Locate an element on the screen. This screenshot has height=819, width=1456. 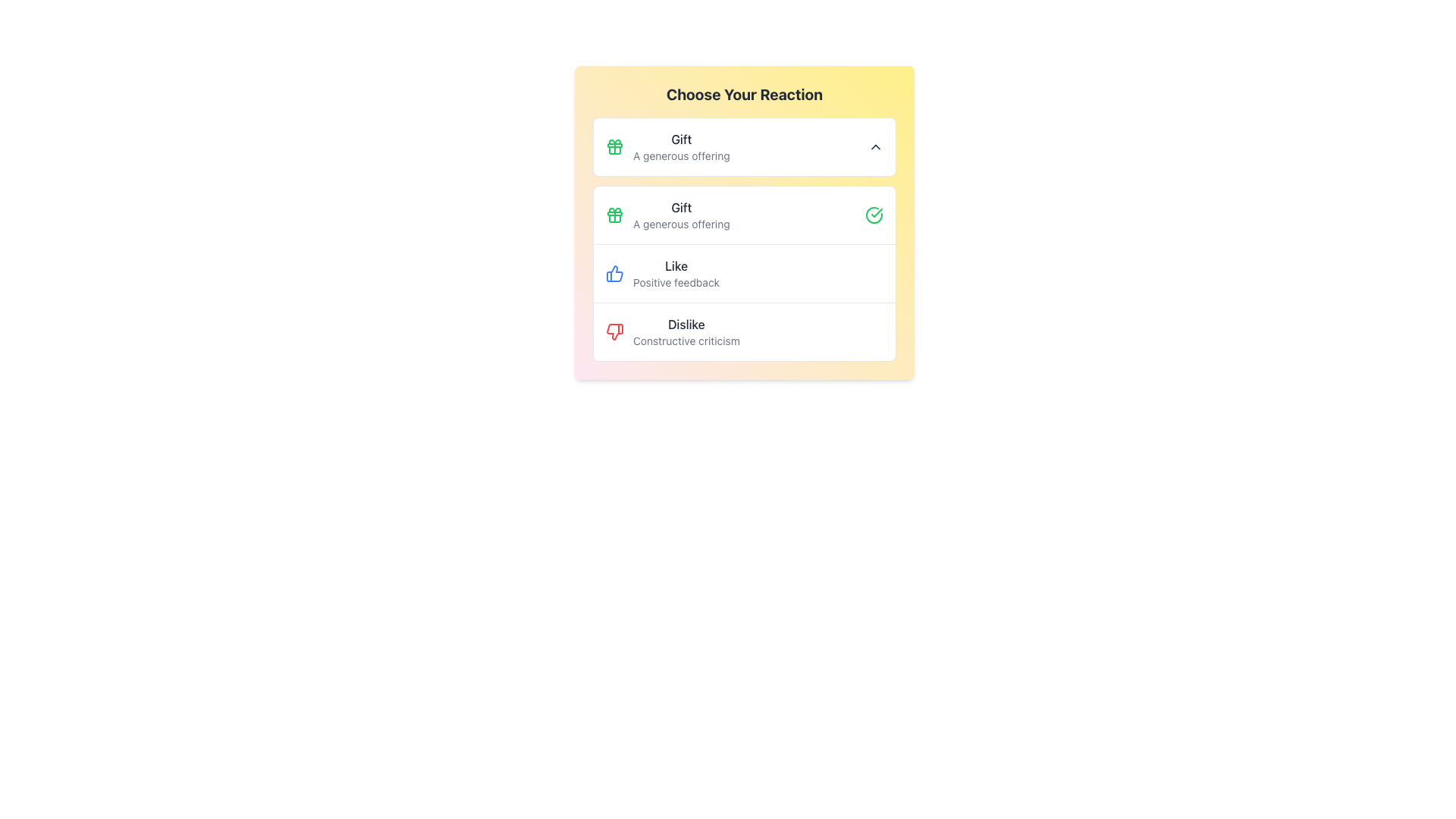
the graphical element of the green gift icon located at the top left of the first option in the 'Choose Your Reaction' list is located at coordinates (615, 146).